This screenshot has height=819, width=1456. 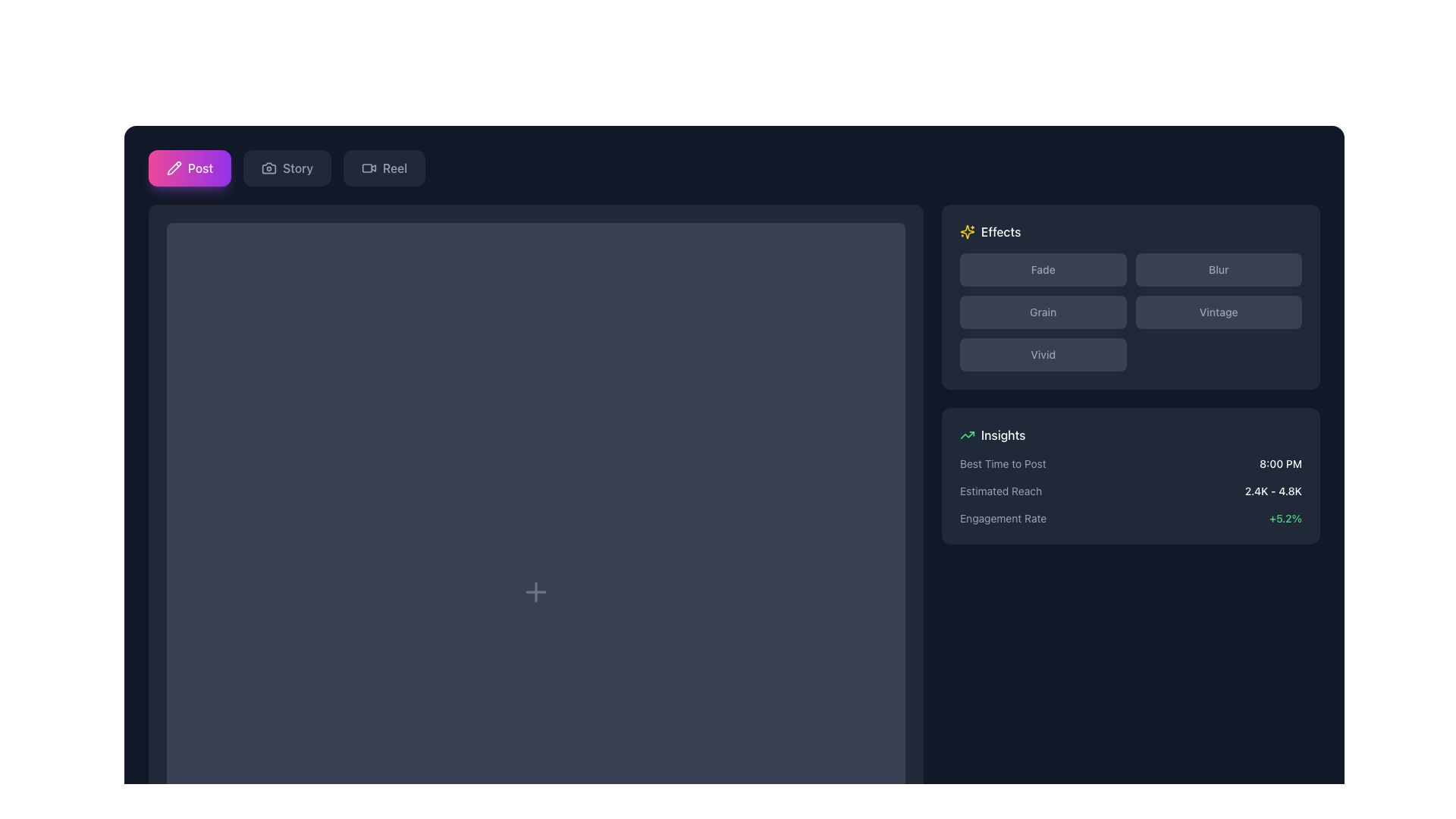 What do you see at coordinates (967, 435) in the screenshot?
I see `the small green upward trending arrow icon located next to the 'Insights' text in the bottom right corner of the interface` at bounding box center [967, 435].